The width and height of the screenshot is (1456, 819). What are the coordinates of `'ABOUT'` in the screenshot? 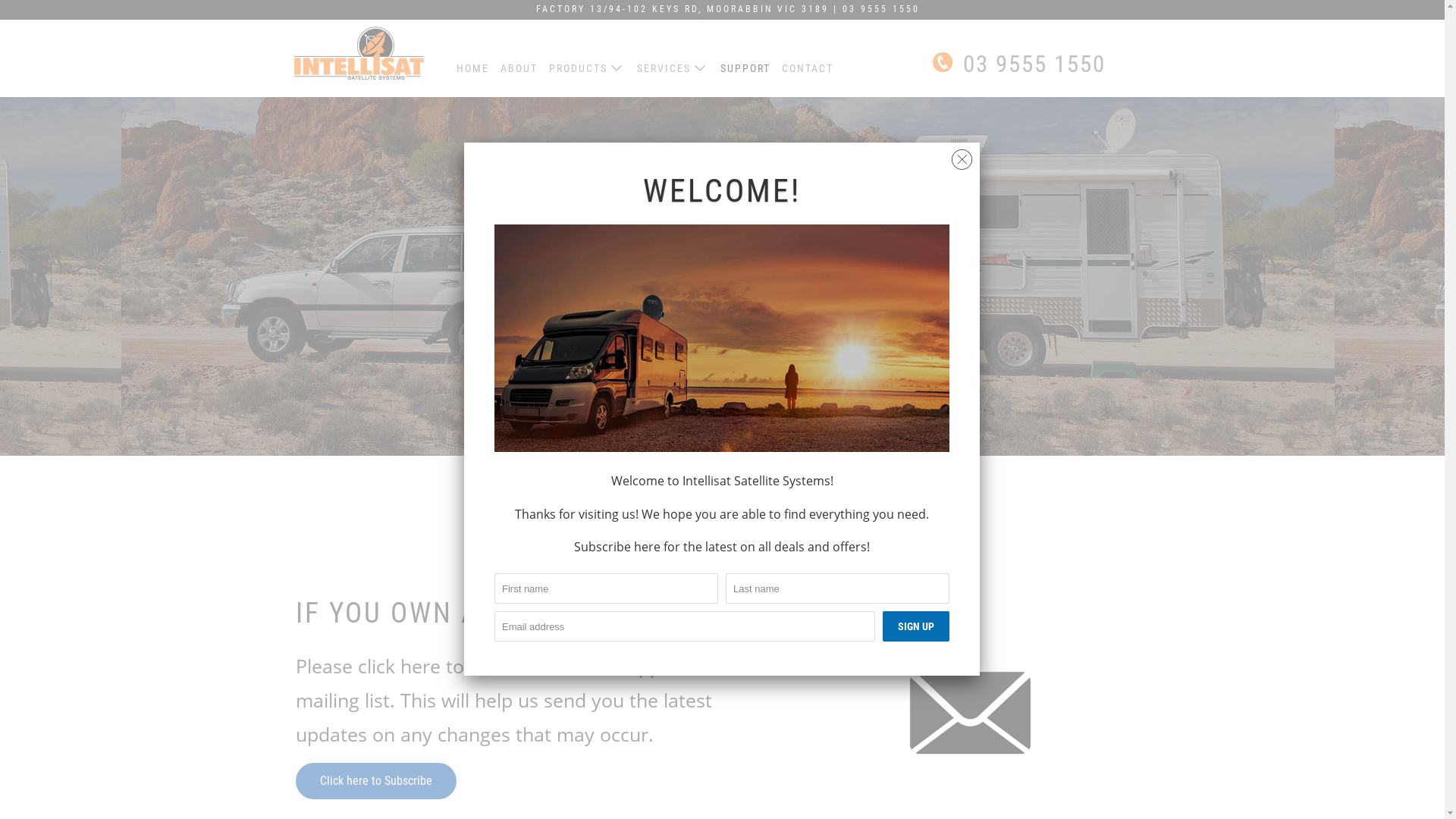 It's located at (519, 66).